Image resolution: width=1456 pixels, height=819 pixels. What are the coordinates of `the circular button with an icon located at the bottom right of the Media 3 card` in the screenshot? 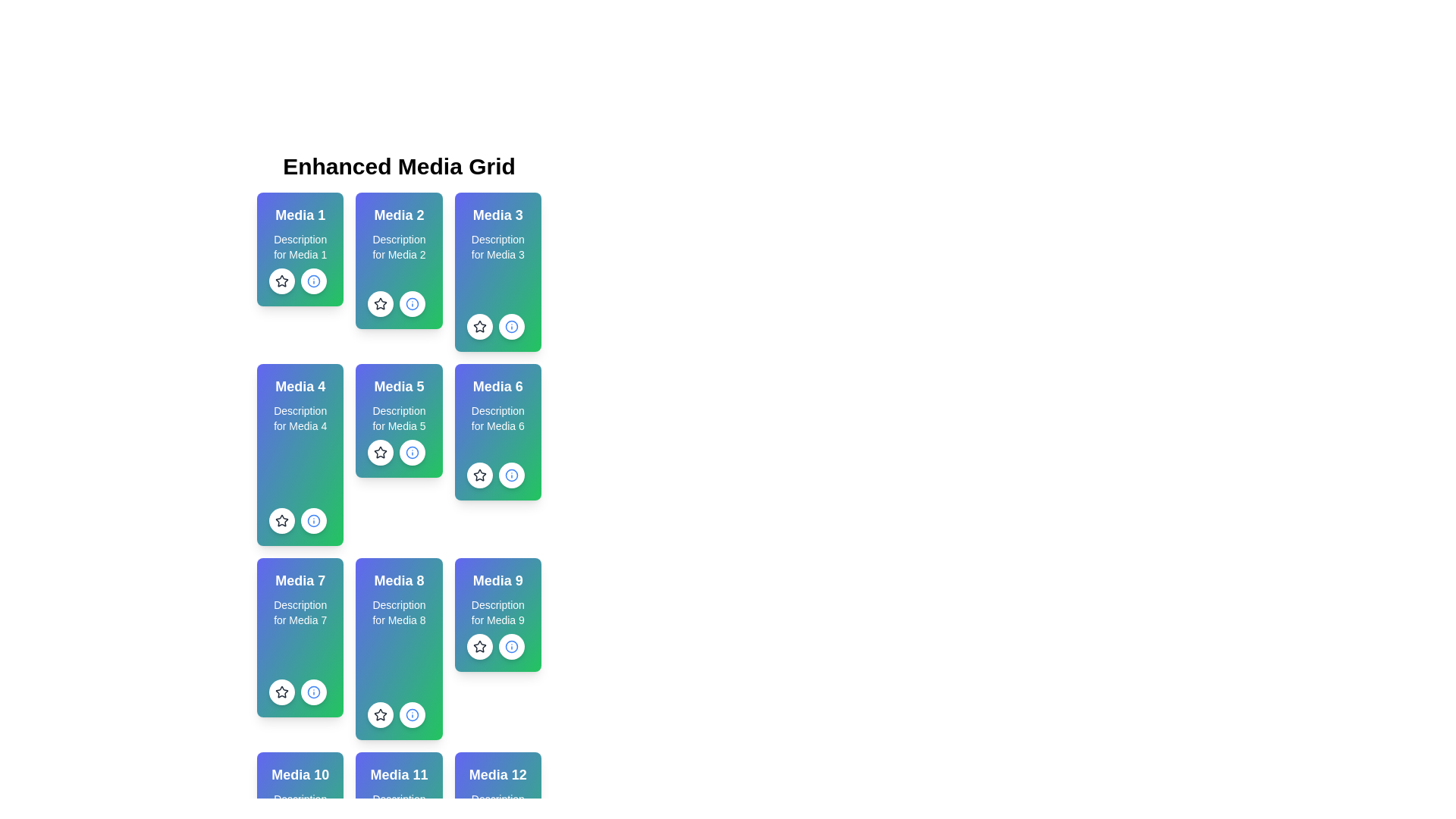 It's located at (511, 326).